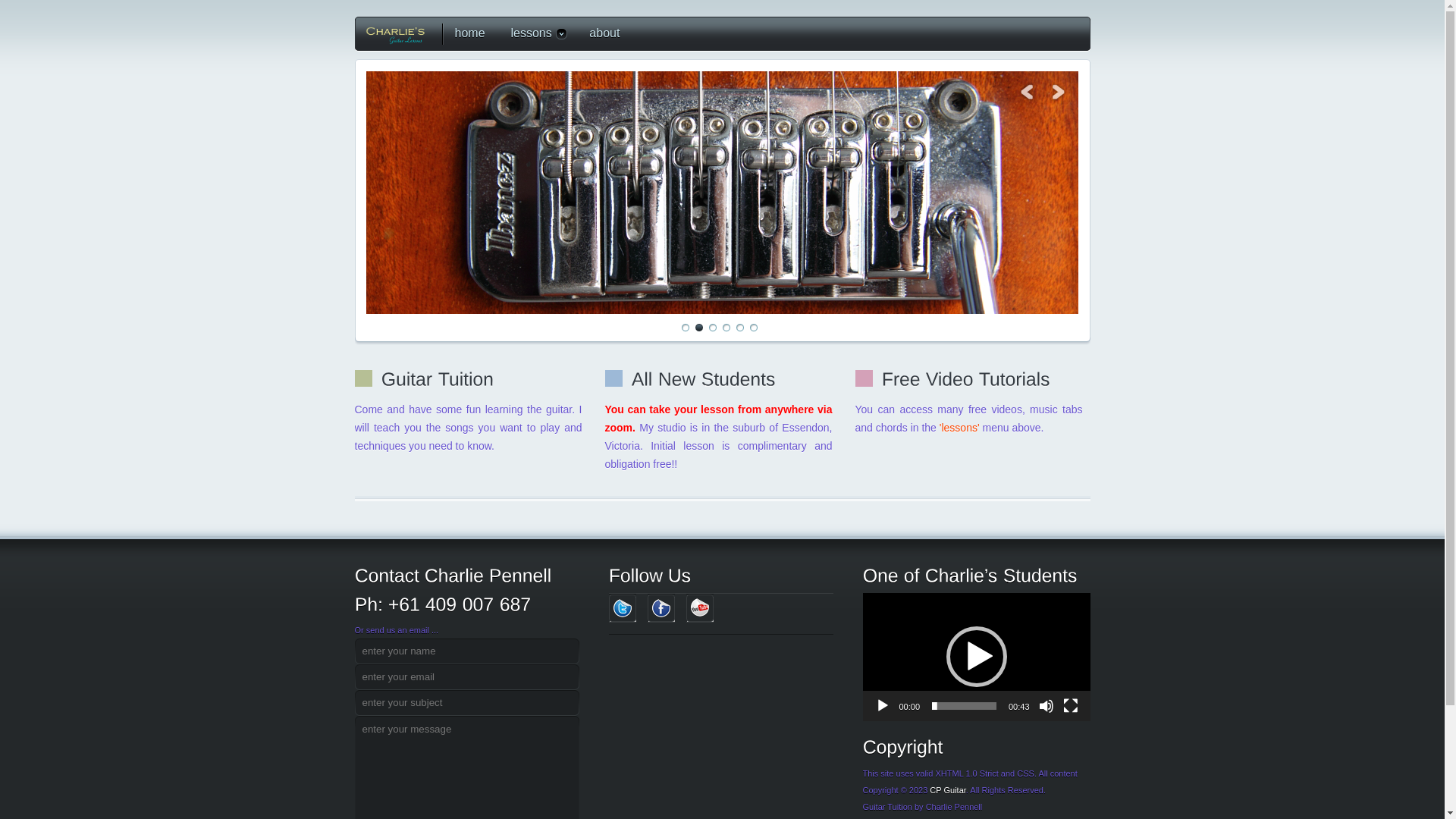 The height and width of the screenshot is (819, 1456). What do you see at coordinates (600, 33) in the screenshot?
I see `'about'` at bounding box center [600, 33].